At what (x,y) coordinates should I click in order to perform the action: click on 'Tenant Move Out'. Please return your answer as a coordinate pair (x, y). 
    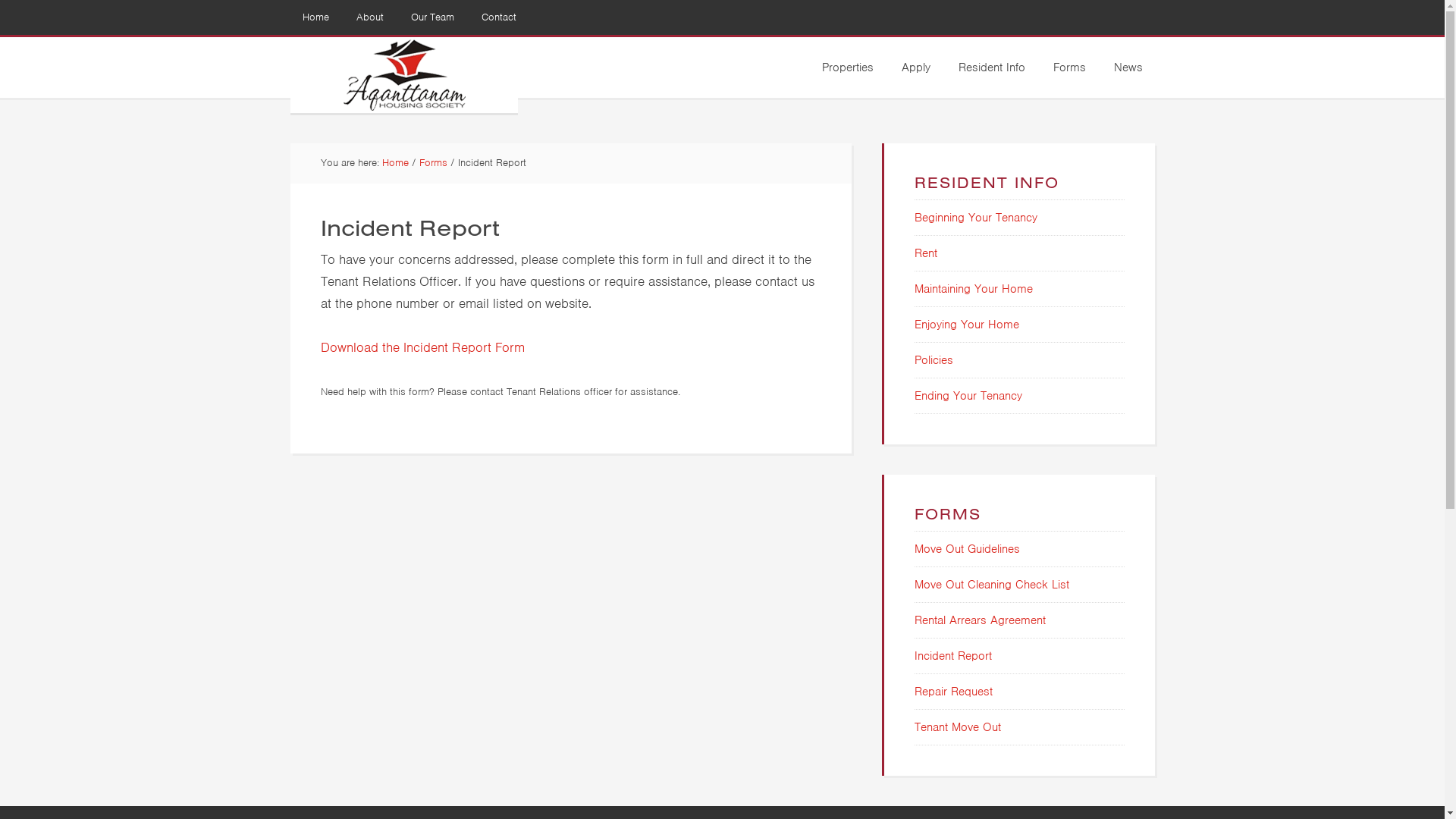
    Looking at the image, I should click on (956, 726).